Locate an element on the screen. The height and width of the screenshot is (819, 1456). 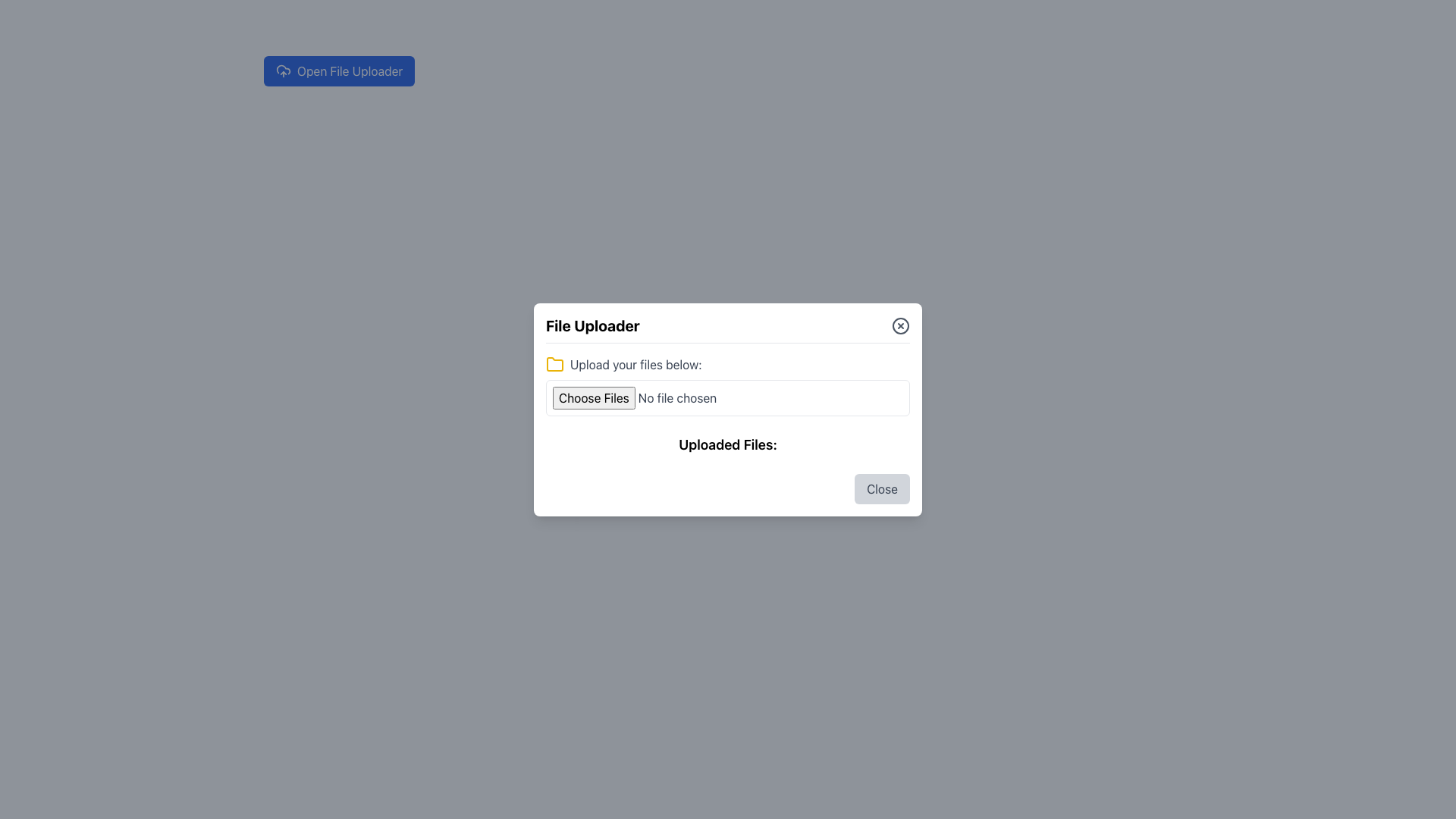
a file onto the File Input Field located below the text 'Upload your files below:' is located at coordinates (728, 397).